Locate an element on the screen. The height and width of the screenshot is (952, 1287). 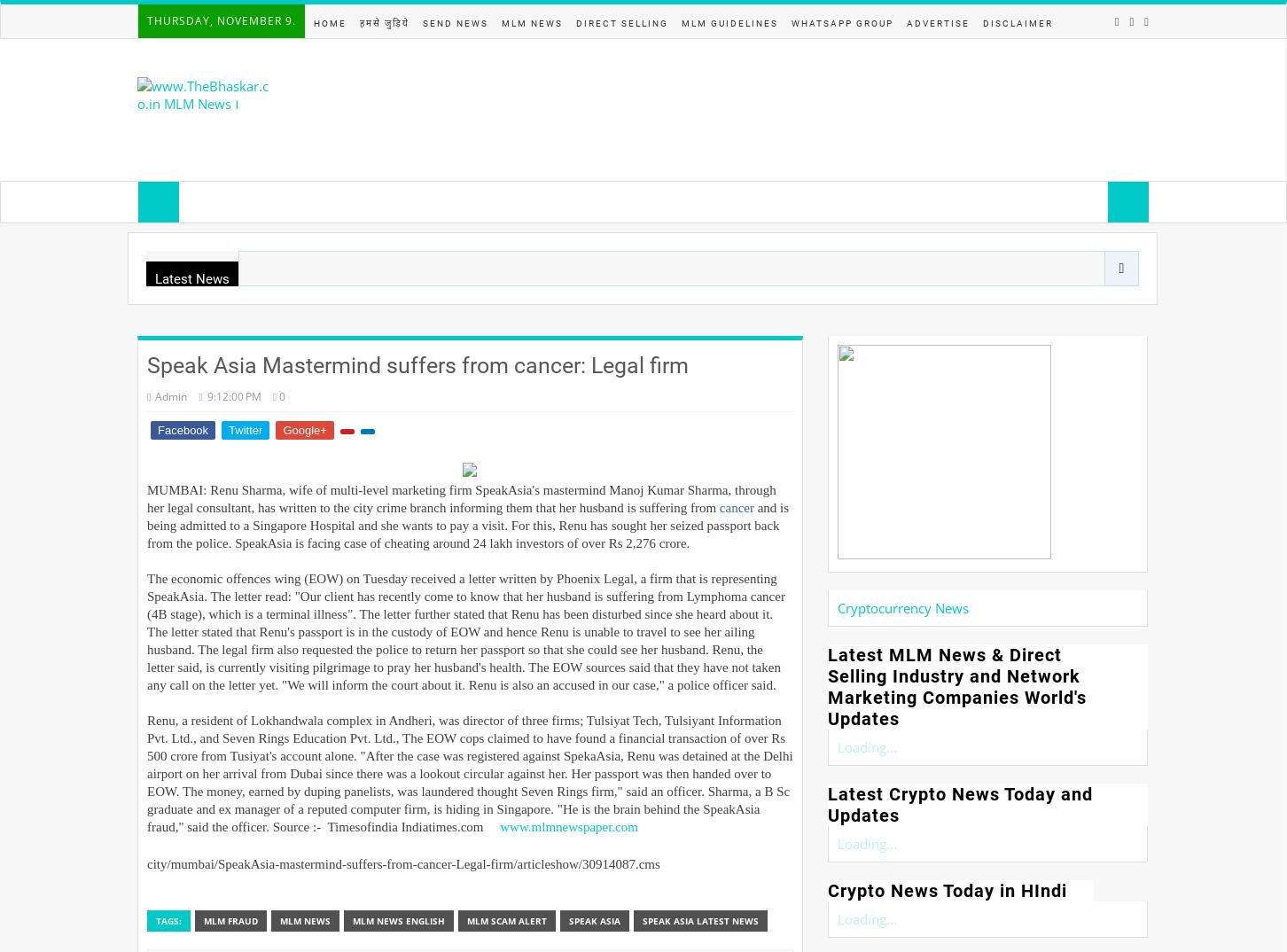
'www.mlmnewspaper.com' is located at coordinates (567, 826).